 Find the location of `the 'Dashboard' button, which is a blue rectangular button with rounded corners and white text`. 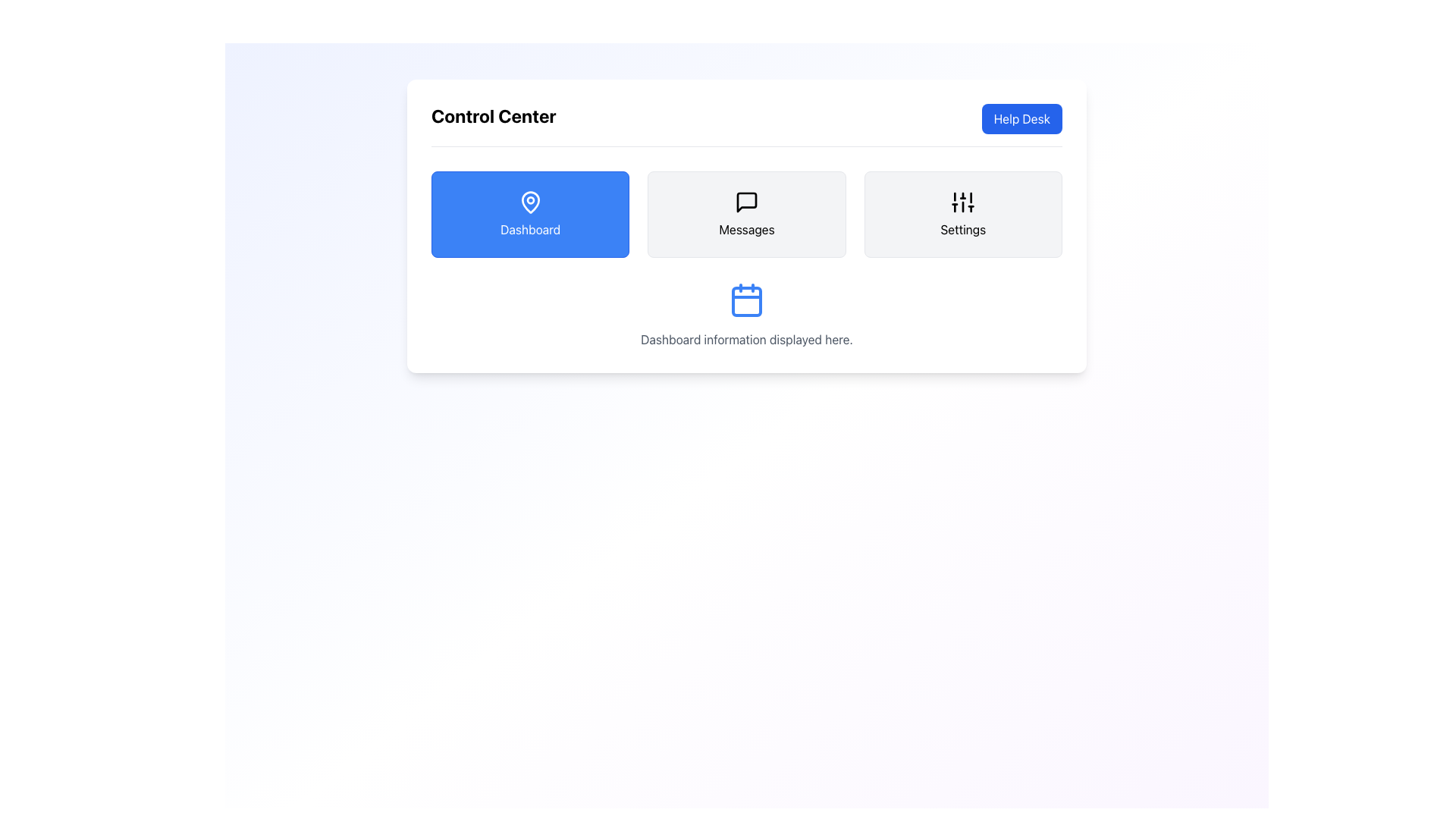

the 'Dashboard' button, which is a blue rectangular button with rounded corners and white text is located at coordinates (530, 214).